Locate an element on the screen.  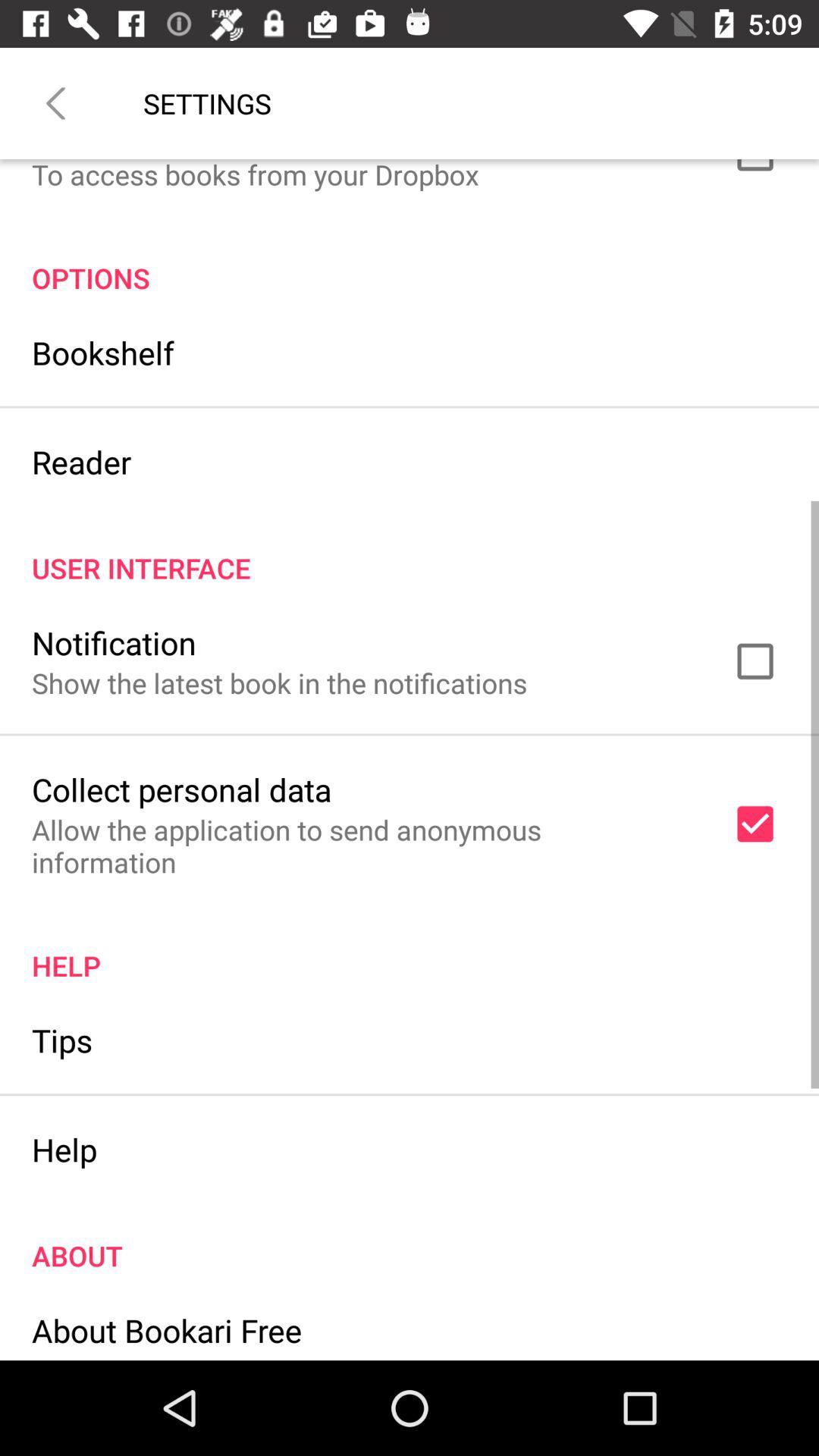
item below user interface is located at coordinates (113, 642).